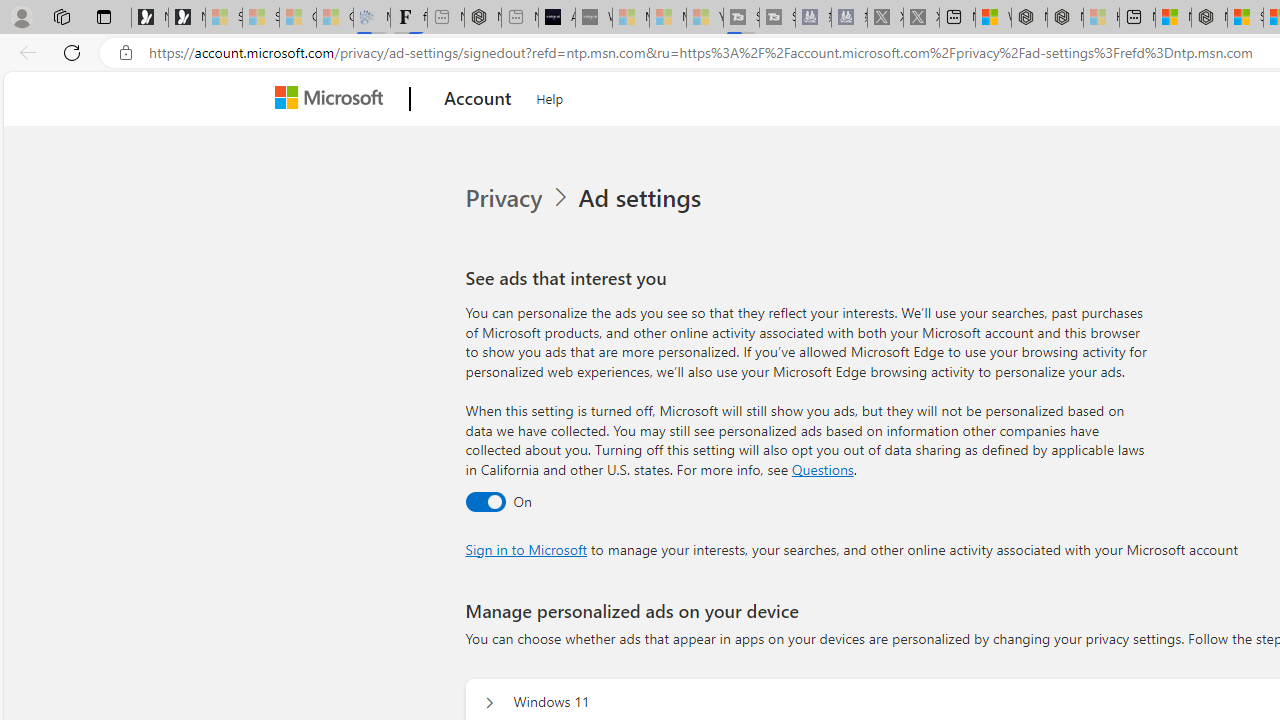 The width and height of the screenshot is (1280, 720). Describe the element at coordinates (333, 99) in the screenshot. I see `'Microsoft'` at that location.